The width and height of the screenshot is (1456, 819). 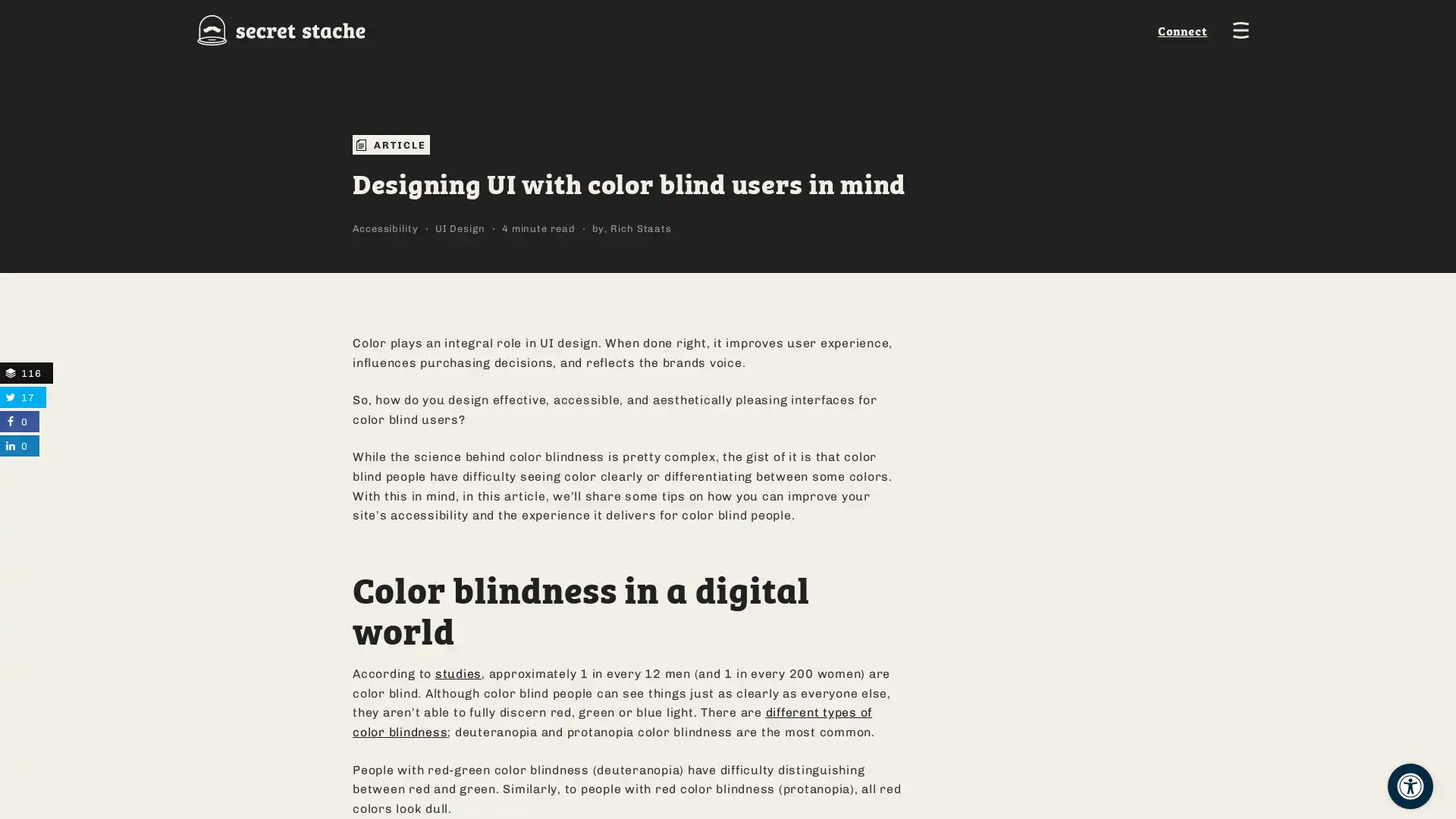 What do you see at coordinates (1410, 786) in the screenshot?
I see `PageAssist Discover your personalisation options` at bounding box center [1410, 786].